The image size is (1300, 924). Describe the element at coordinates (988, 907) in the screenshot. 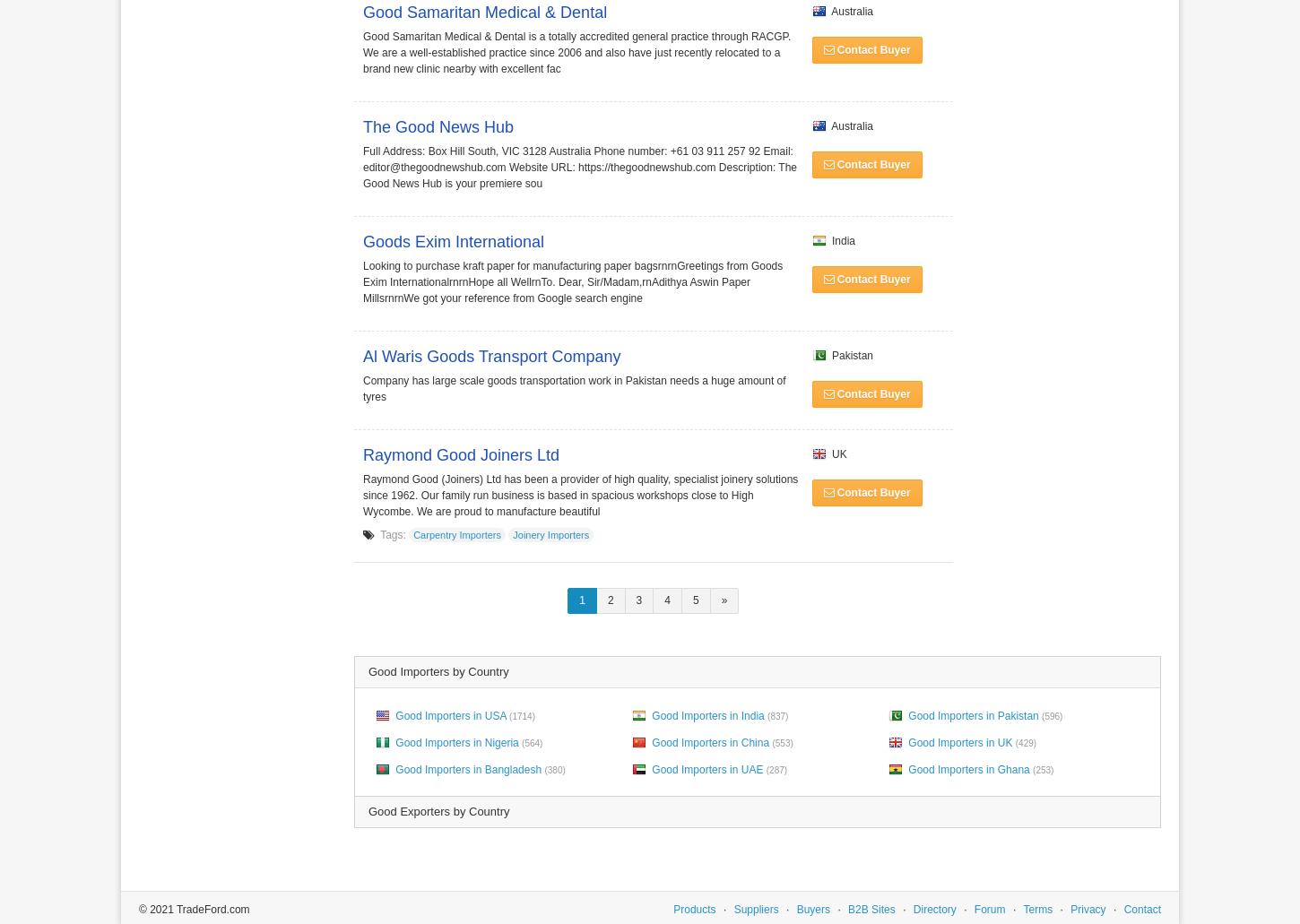

I see `'Forum'` at that location.